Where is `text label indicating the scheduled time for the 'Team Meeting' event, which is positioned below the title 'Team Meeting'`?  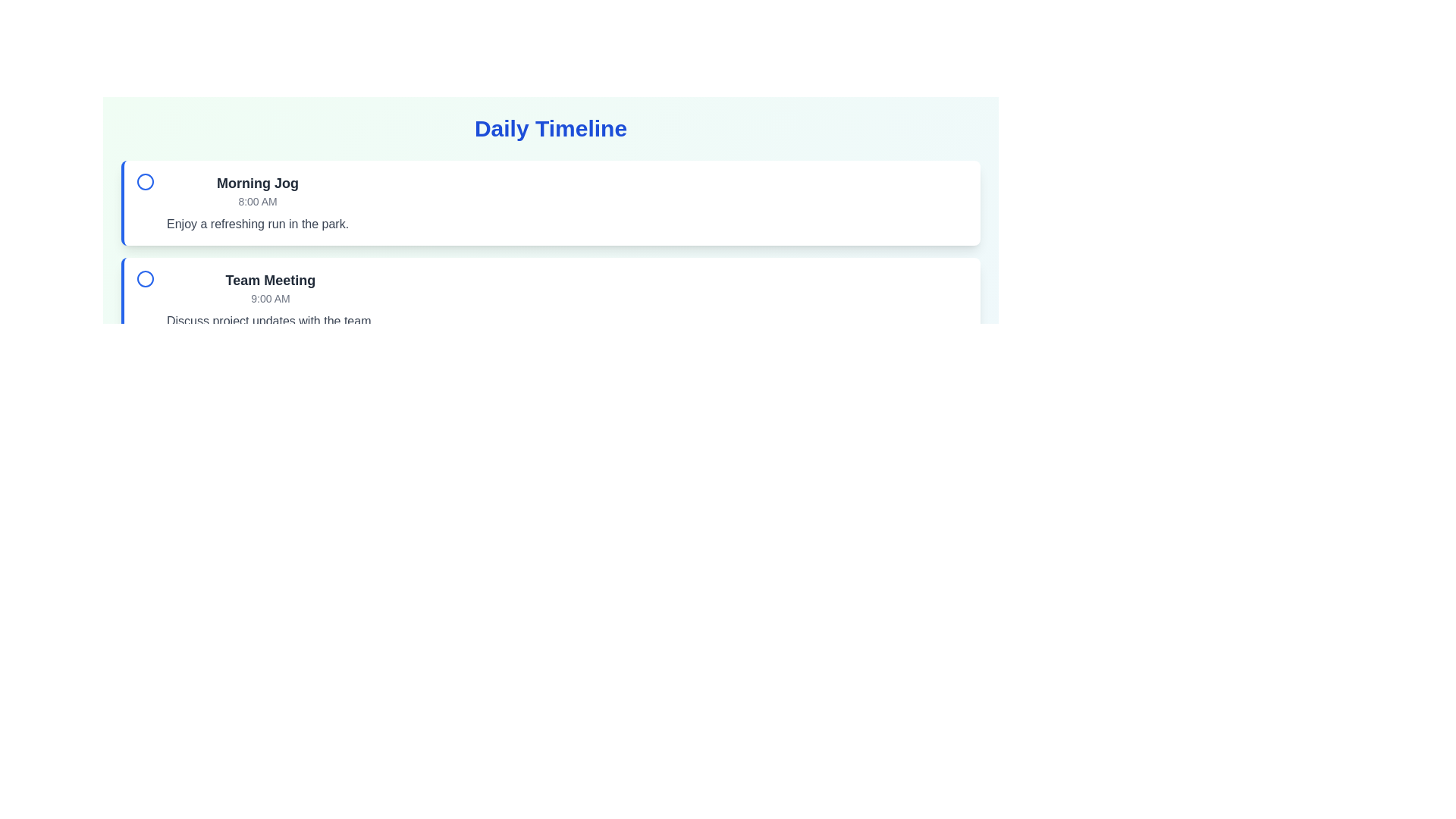 text label indicating the scheduled time for the 'Team Meeting' event, which is positioned below the title 'Team Meeting' is located at coordinates (270, 298).